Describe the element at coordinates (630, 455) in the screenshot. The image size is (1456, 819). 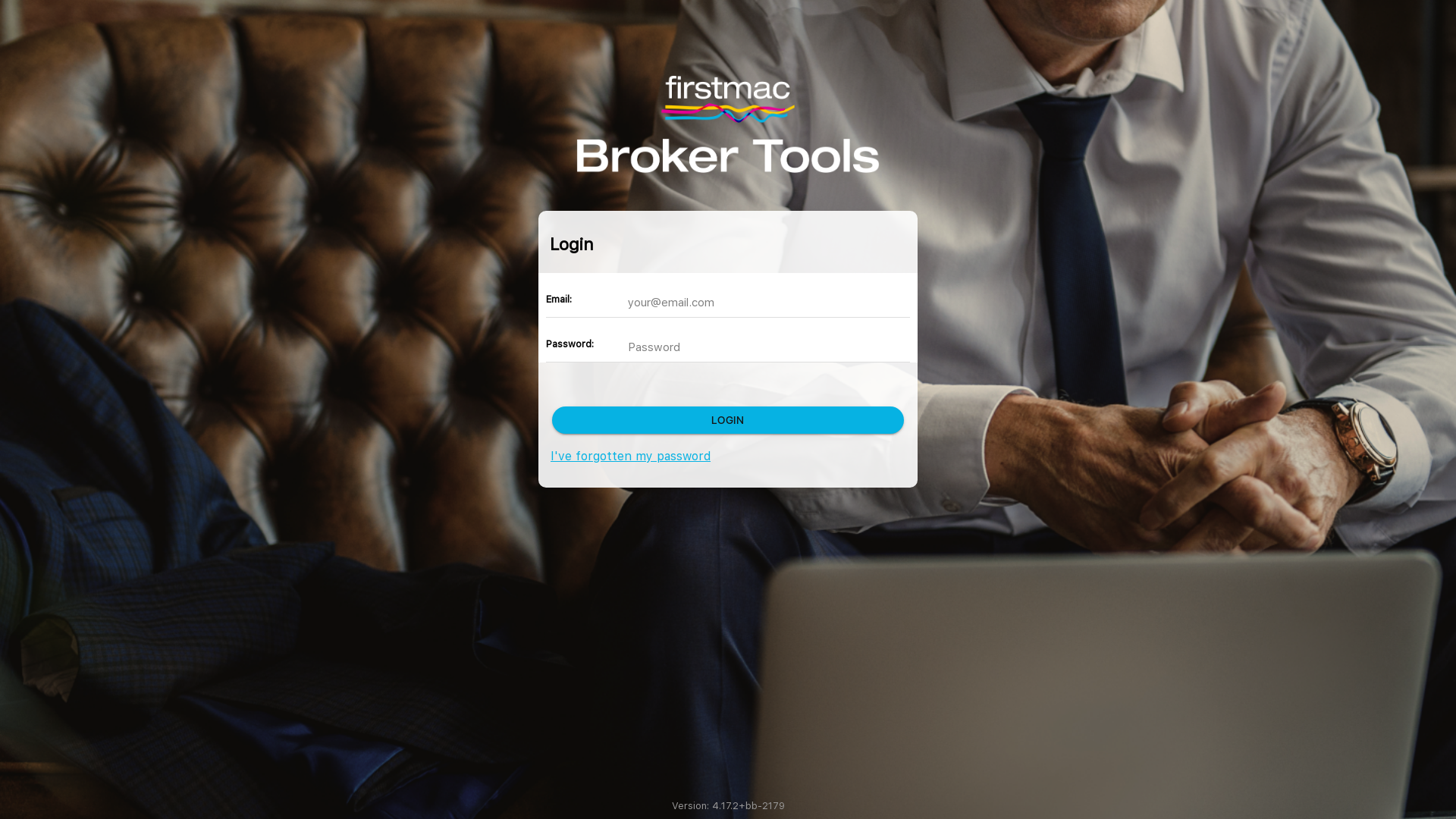
I see `'I've forgotten my password'` at that location.